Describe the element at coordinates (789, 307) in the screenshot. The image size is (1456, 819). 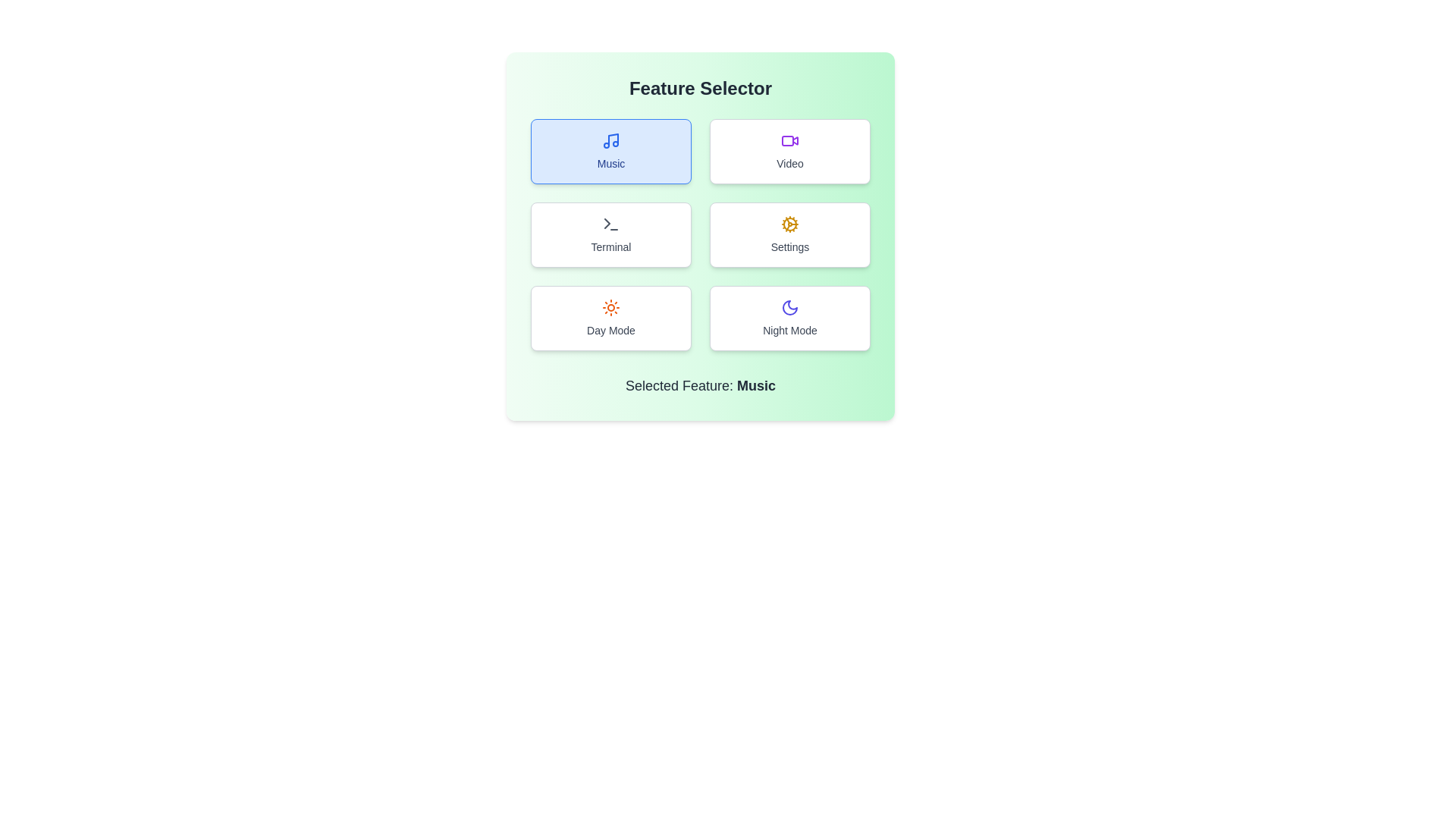
I see `the circular crescent moon icon outlined in indigo, which is part of the 'Night Mode' button` at that location.